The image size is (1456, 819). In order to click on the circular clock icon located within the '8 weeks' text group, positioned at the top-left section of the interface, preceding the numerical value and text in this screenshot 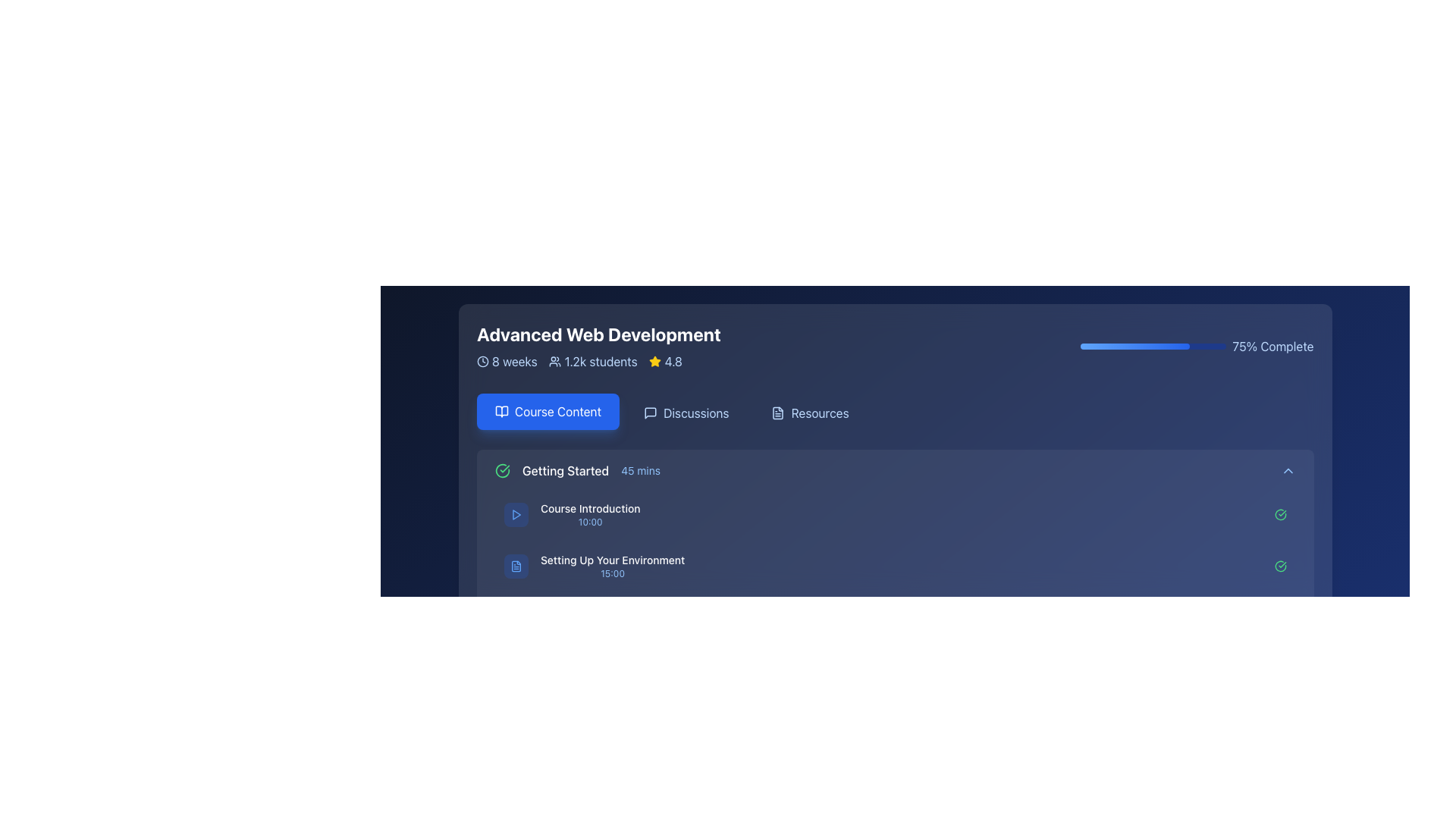, I will do `click(482, 362)`.